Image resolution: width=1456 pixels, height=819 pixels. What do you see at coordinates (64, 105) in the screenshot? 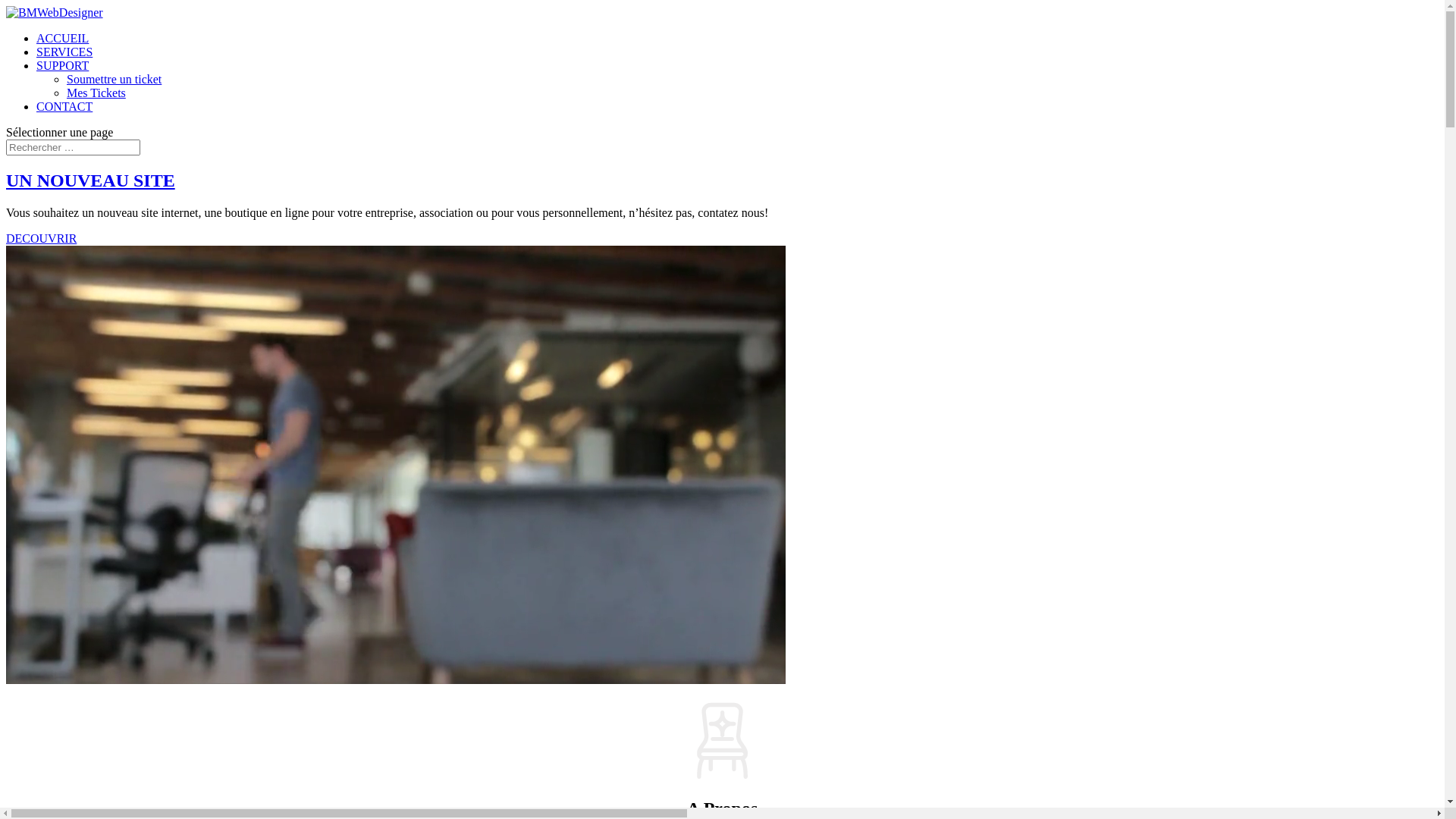
I see `'CONTACT'` at bounding box center [64, 105].